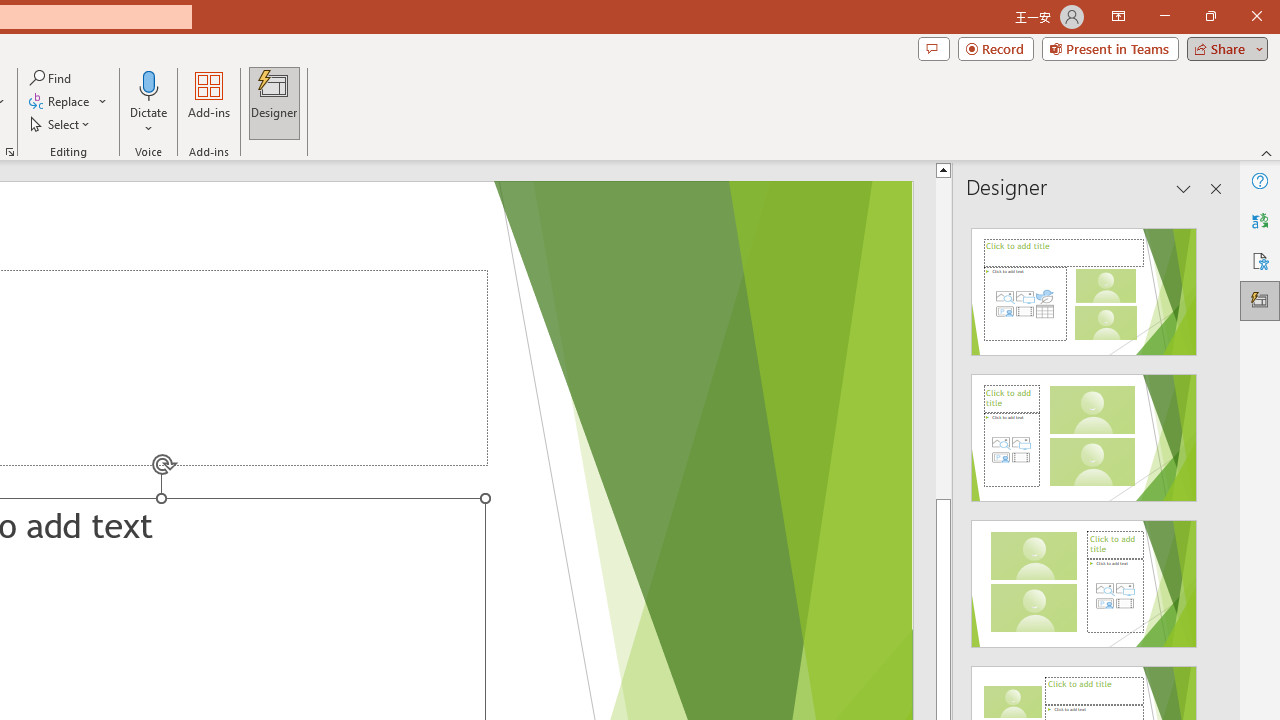 Image resolution: width=1280 pixels, height=720 pixels. What do you see at coordinates (51, 77) in the screenshot?
I see `'Find...'` at bounding box center [51, 77].